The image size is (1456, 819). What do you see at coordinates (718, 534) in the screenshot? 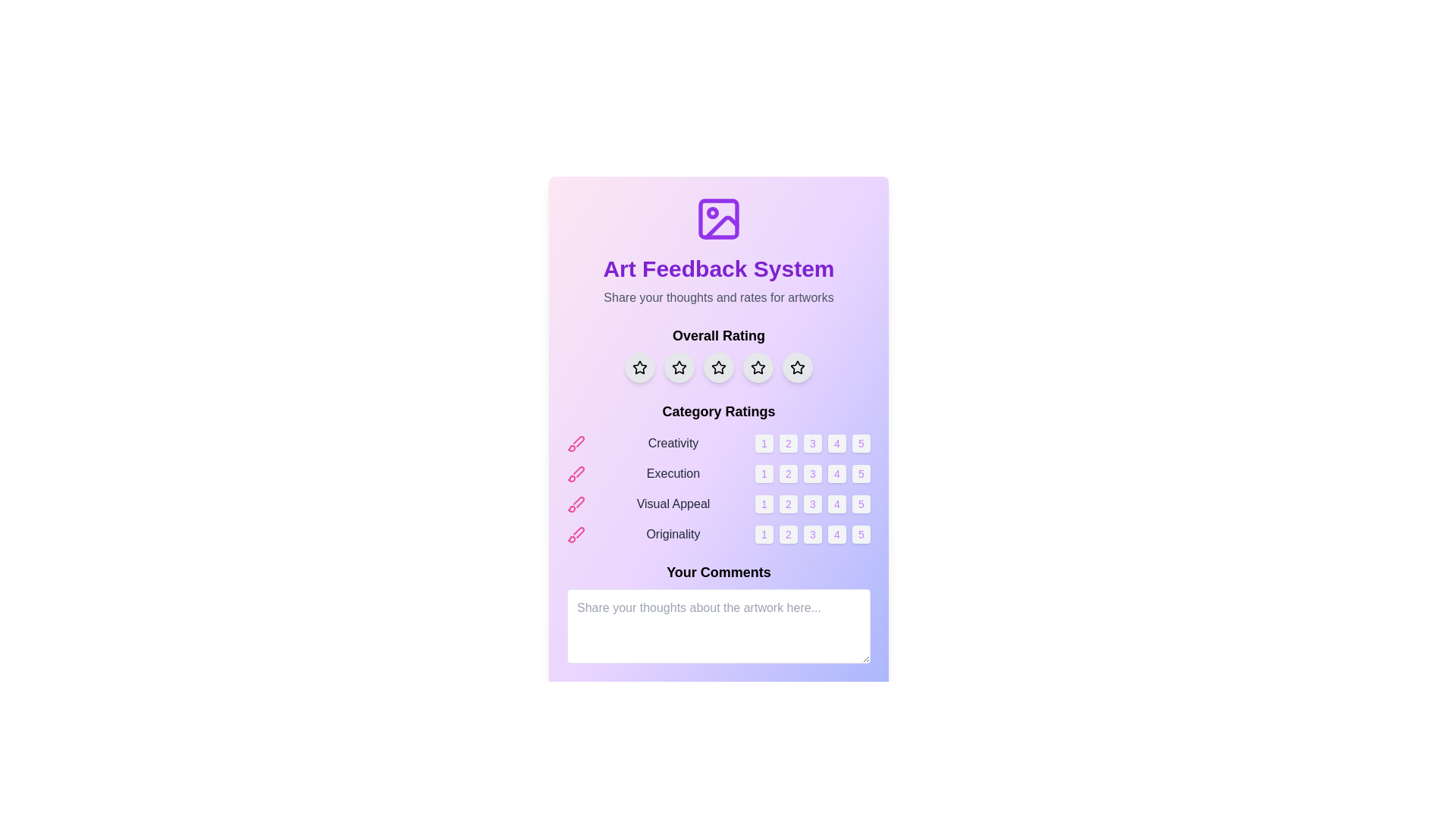
I see `the rating button for 'Originality' located beneath the 'Creativity', 'Execution', and 'Visual Appeal' entries` at bounding box center [718, 534].